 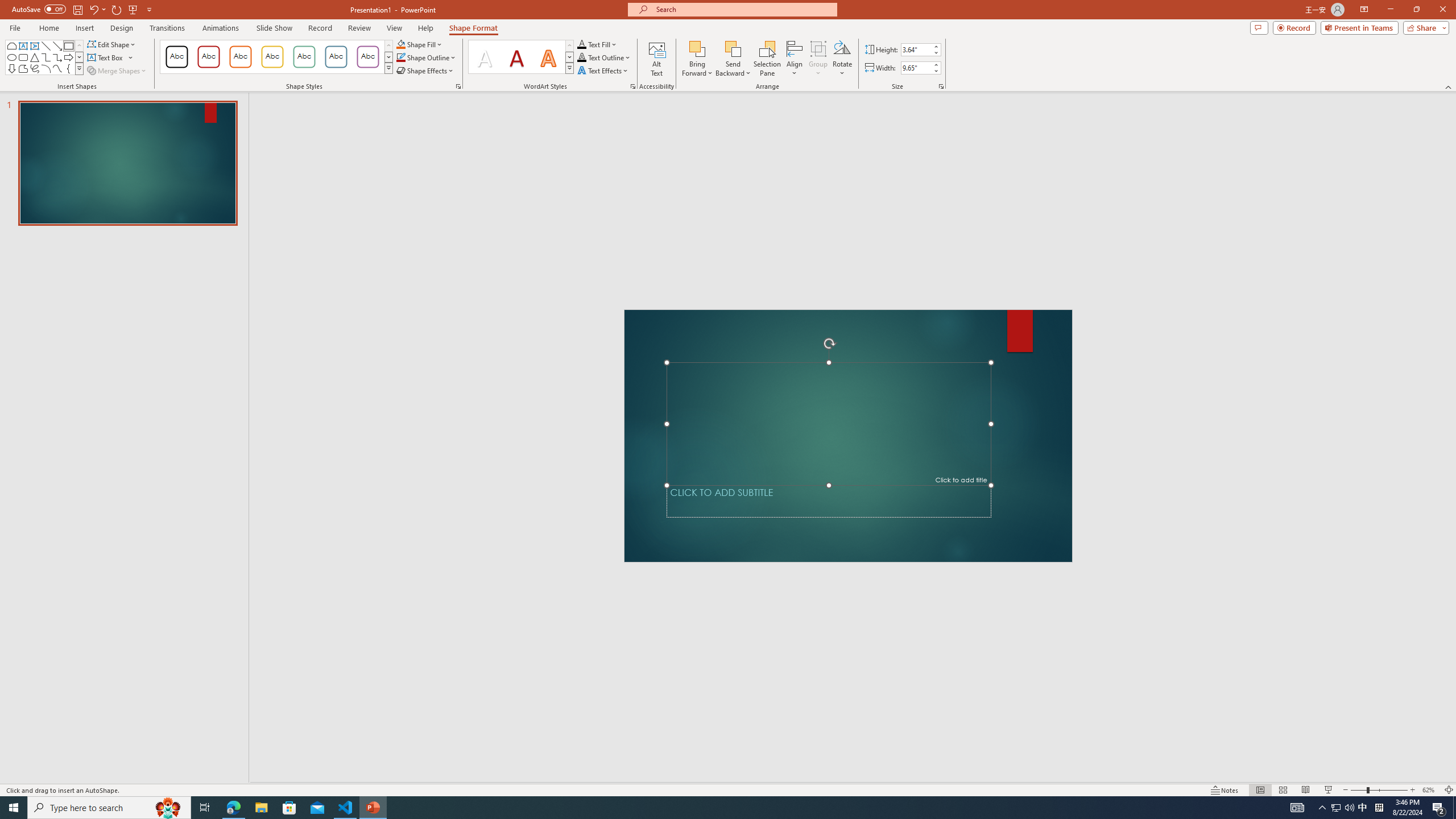 I want to click on 'Colored Outline - Gold, Accent 3', so click(x=271, y=56).